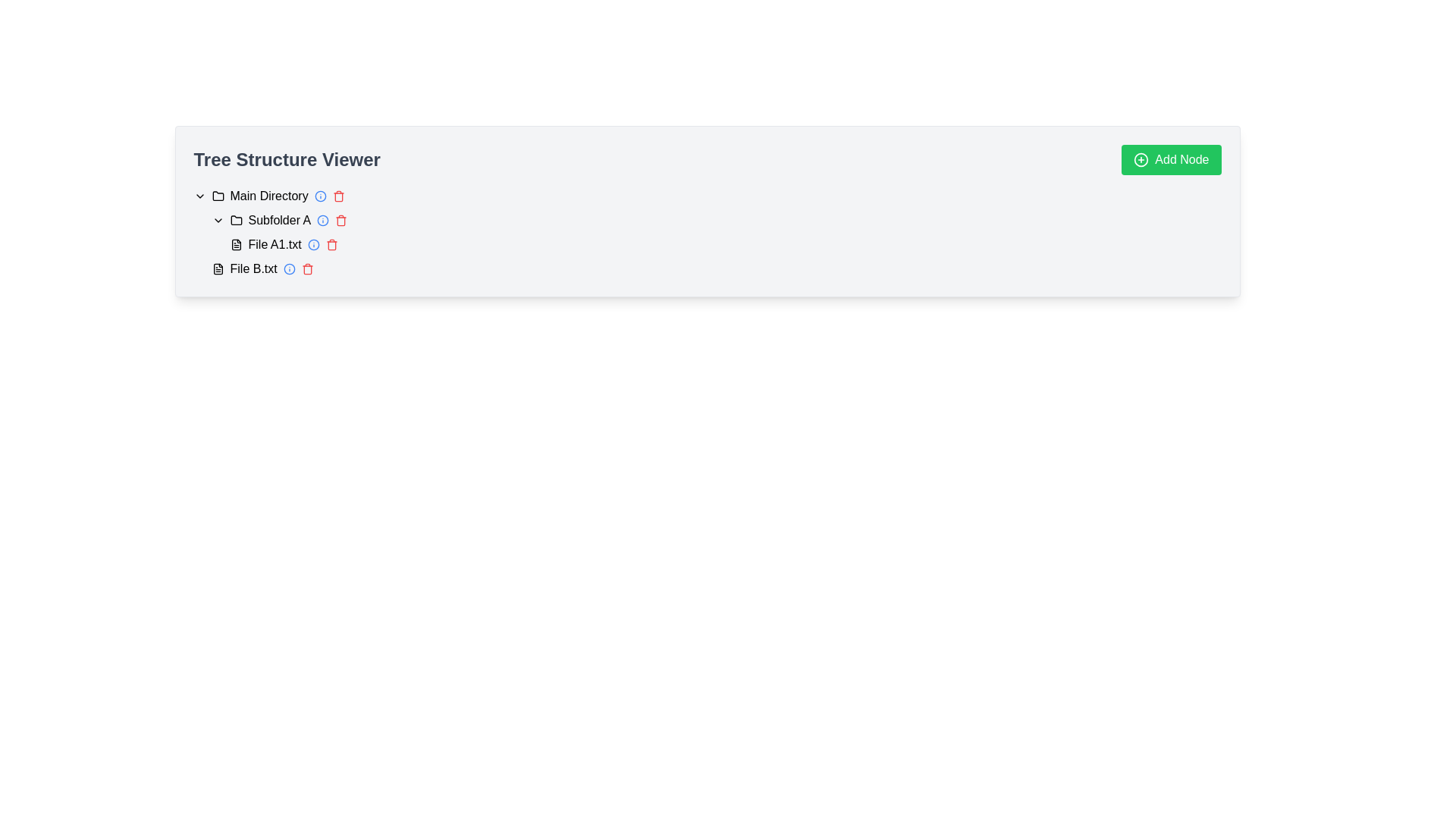 This screenshot has height=819, width=1456. What do you see at coordinates (319, 195) in the screenshot?
I see `the SVG circle element that serves as an informational icon adjacent to the text 'Subfolder A' in the tree structure viewer` at bounding box center [319, 195].